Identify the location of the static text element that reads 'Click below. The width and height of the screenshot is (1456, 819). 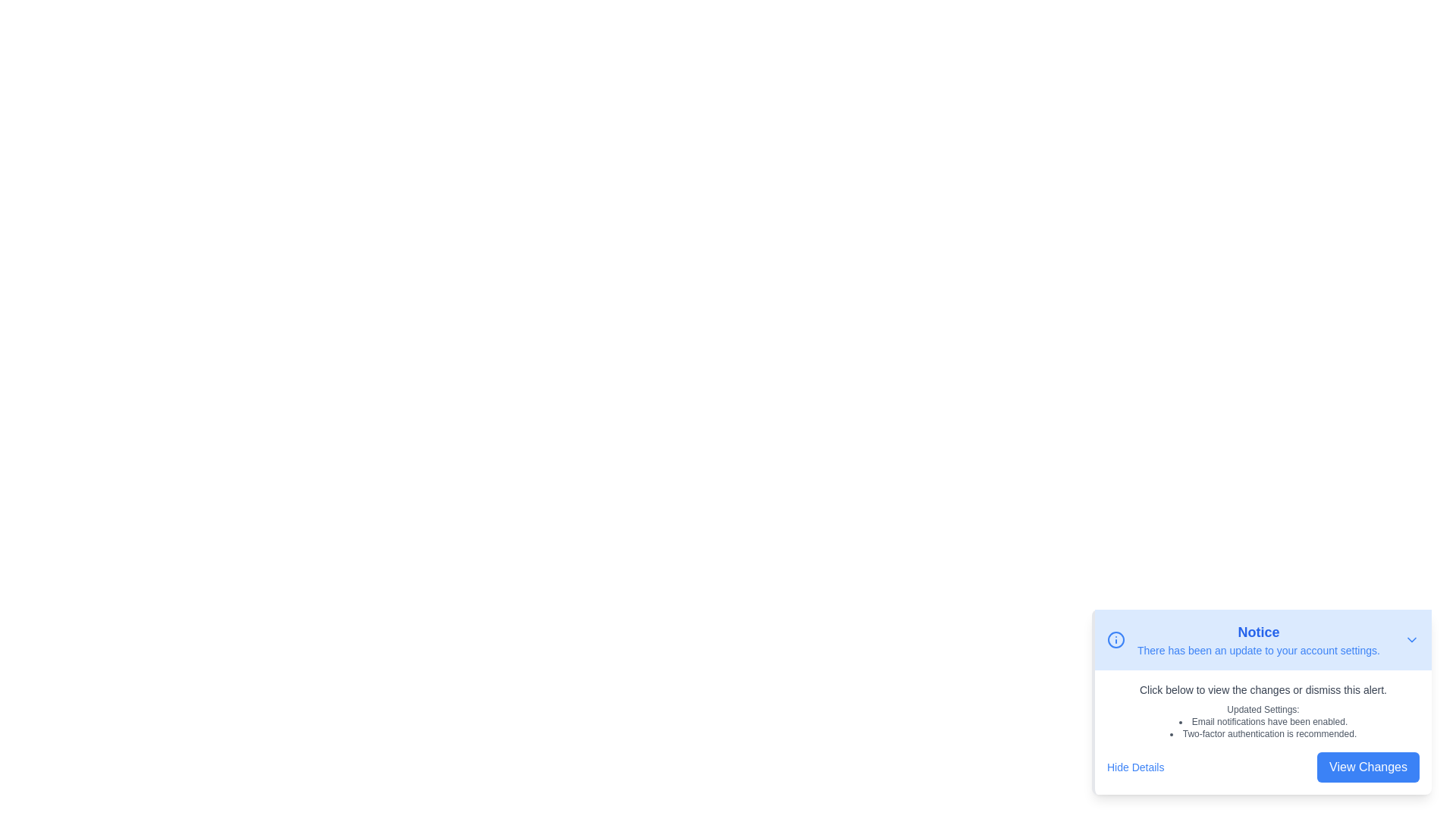
(1263, 690).